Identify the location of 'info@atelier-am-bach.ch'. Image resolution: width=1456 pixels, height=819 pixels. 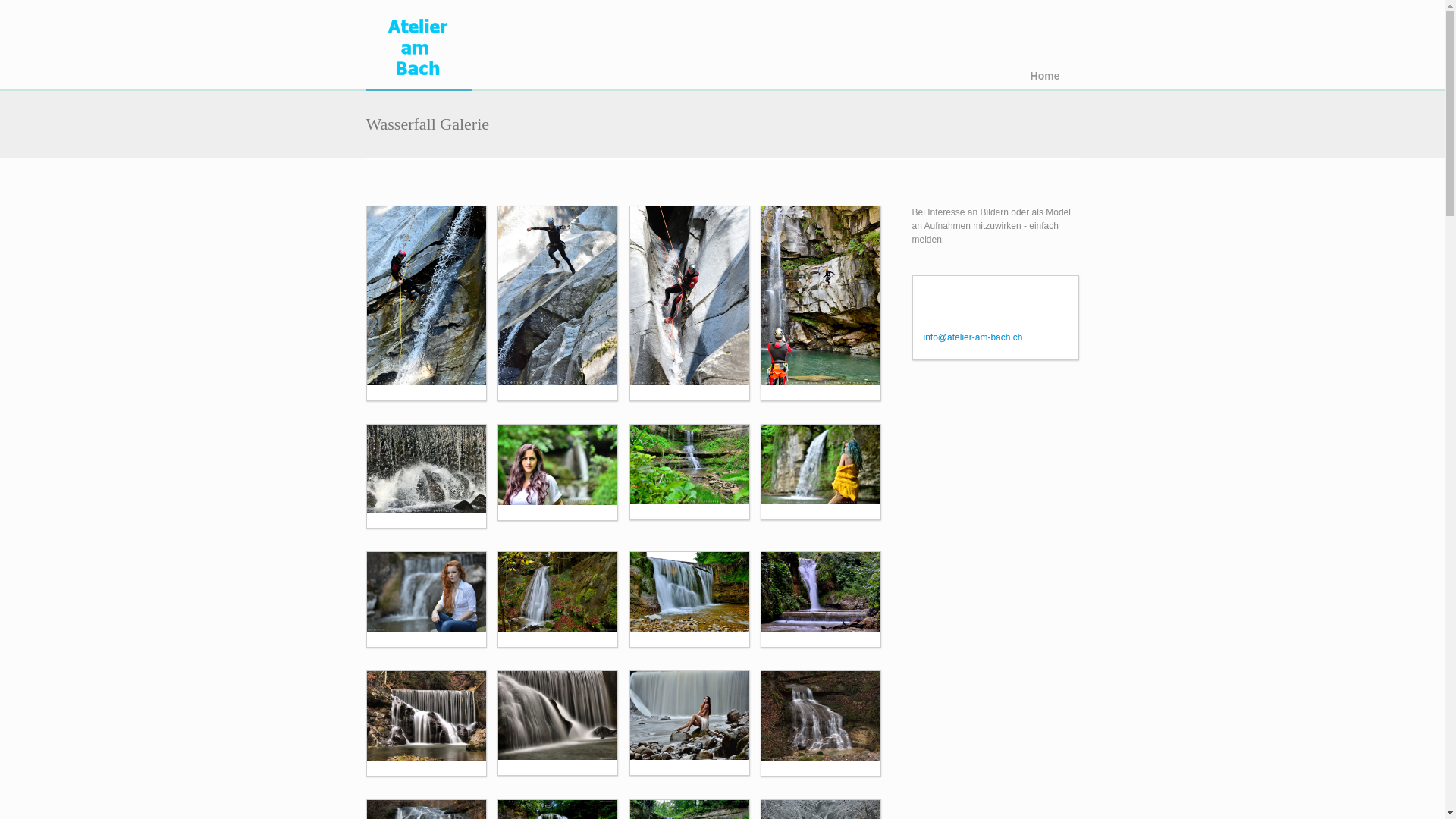
(973, 336).